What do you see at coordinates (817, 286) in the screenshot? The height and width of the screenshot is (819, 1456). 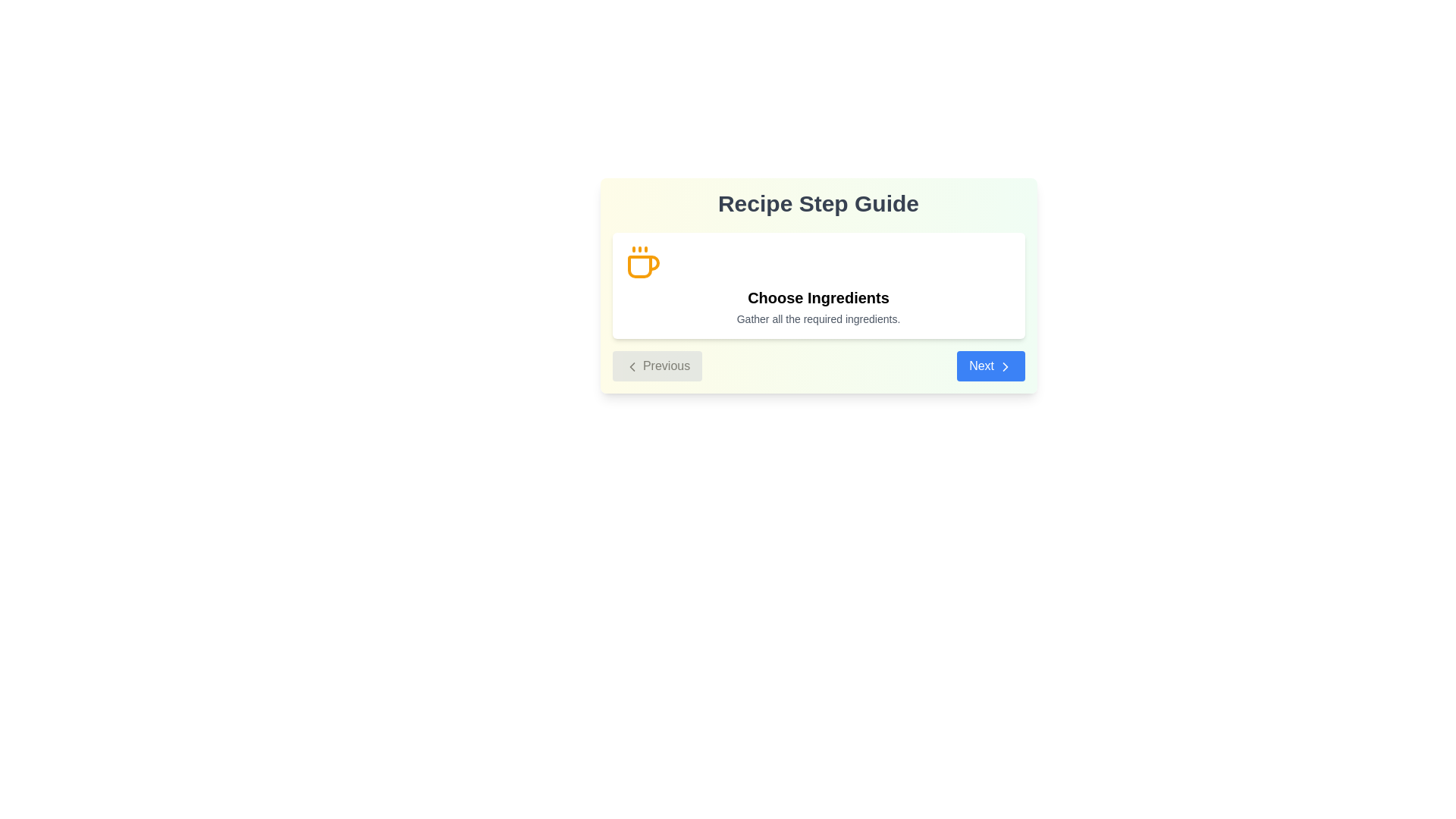 I see `the 'Previous' and 'Next' buttons located beneath the 'Recipe Step Guide' instructional panel` at bounding box center [817, 286].